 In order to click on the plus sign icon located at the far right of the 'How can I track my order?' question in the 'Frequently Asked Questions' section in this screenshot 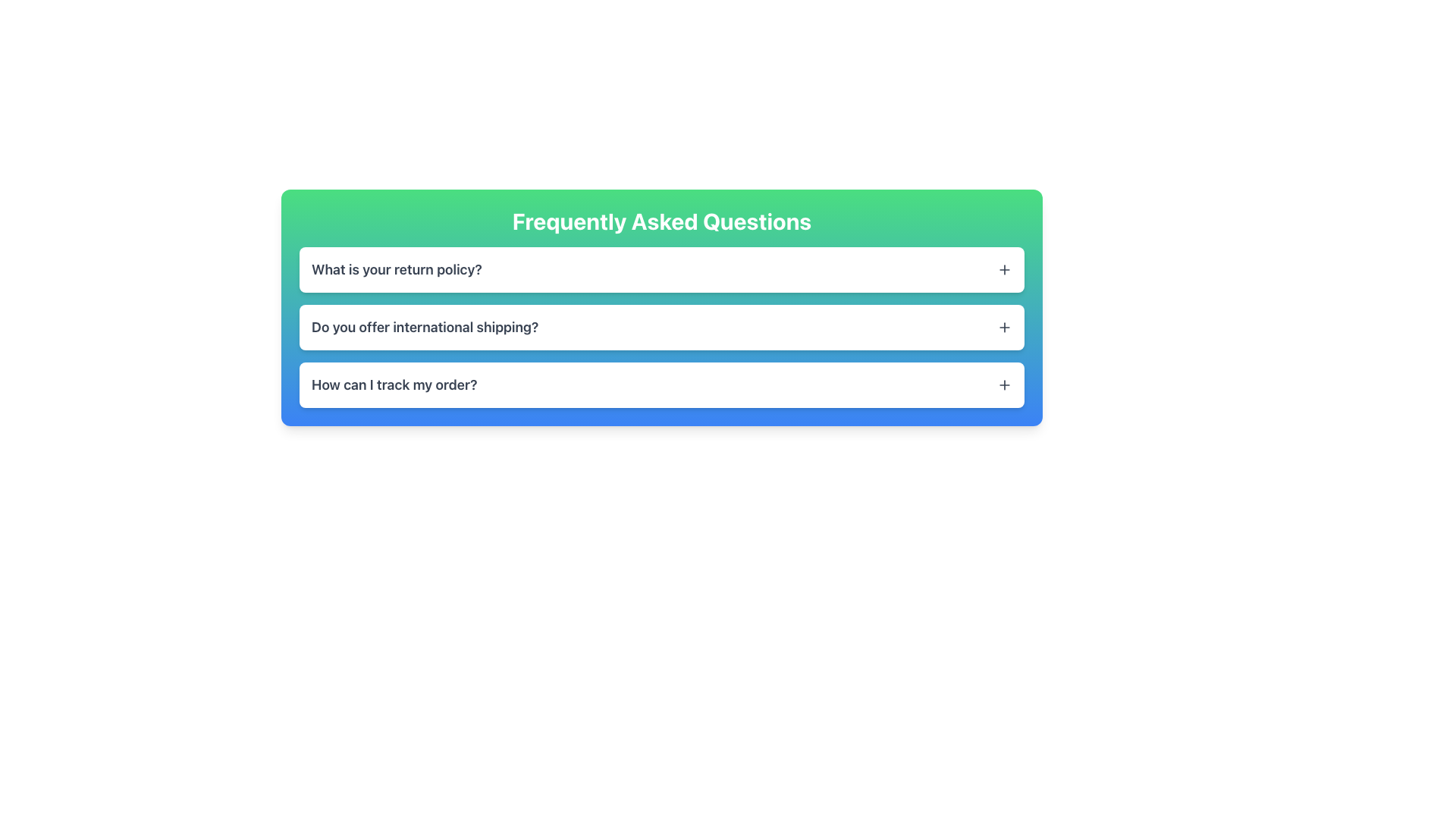, I will do `click(1004, 384)`.